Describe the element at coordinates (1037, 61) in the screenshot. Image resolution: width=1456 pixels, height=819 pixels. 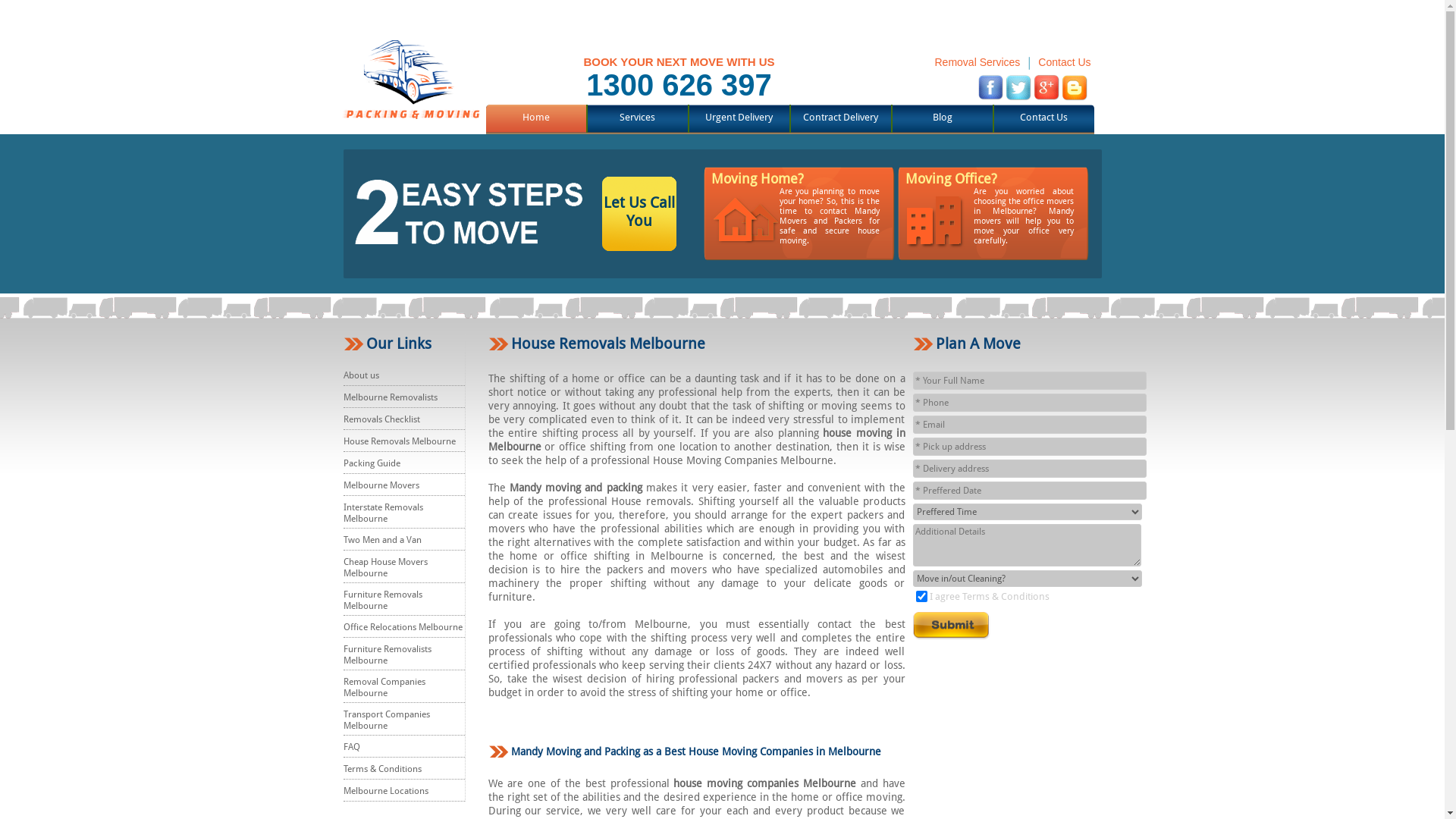
I see `'Contact Us'` at that location.